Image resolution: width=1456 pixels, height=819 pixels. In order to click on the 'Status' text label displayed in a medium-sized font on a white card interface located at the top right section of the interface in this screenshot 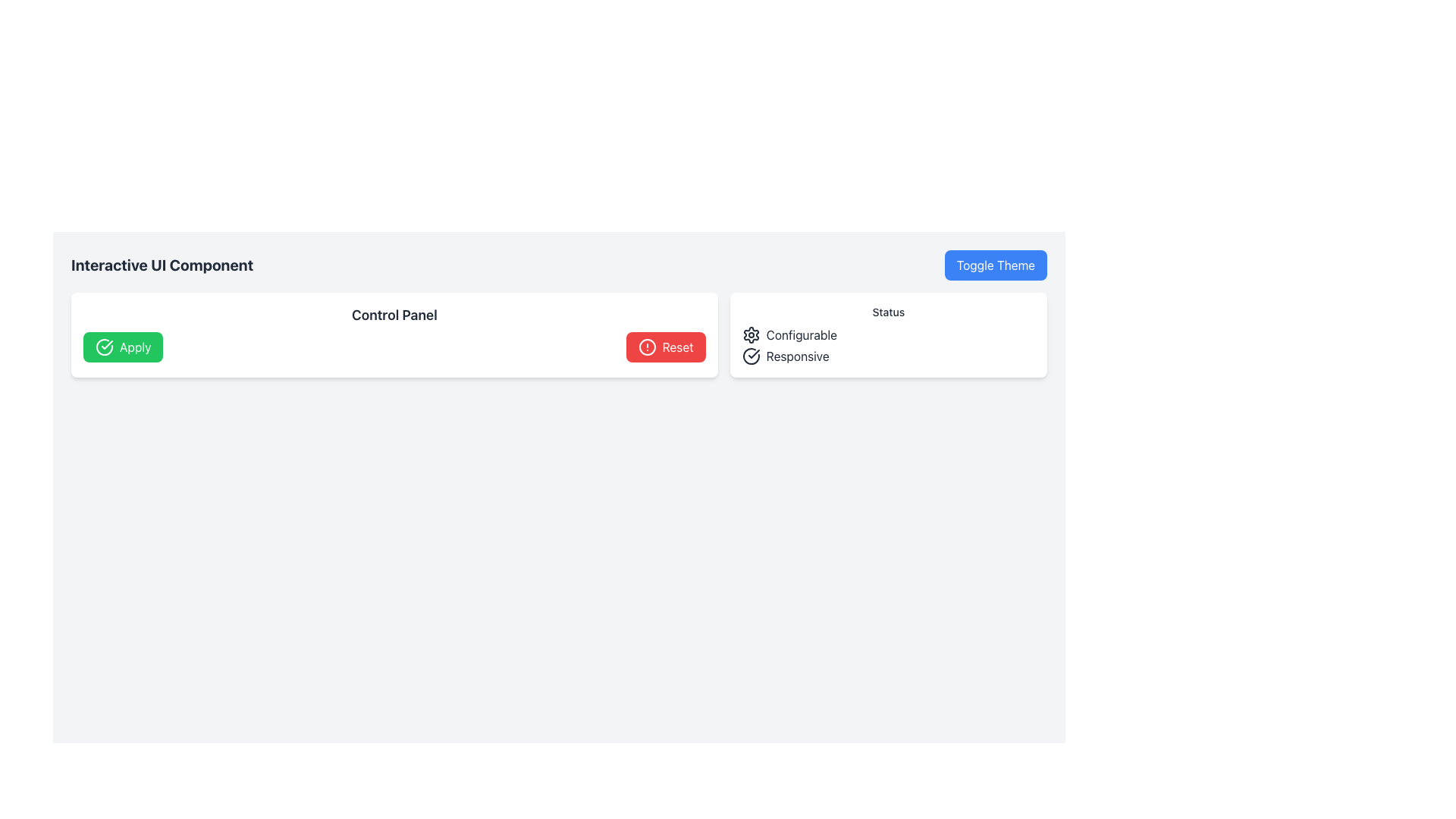, I will do `click(888, 312)`.